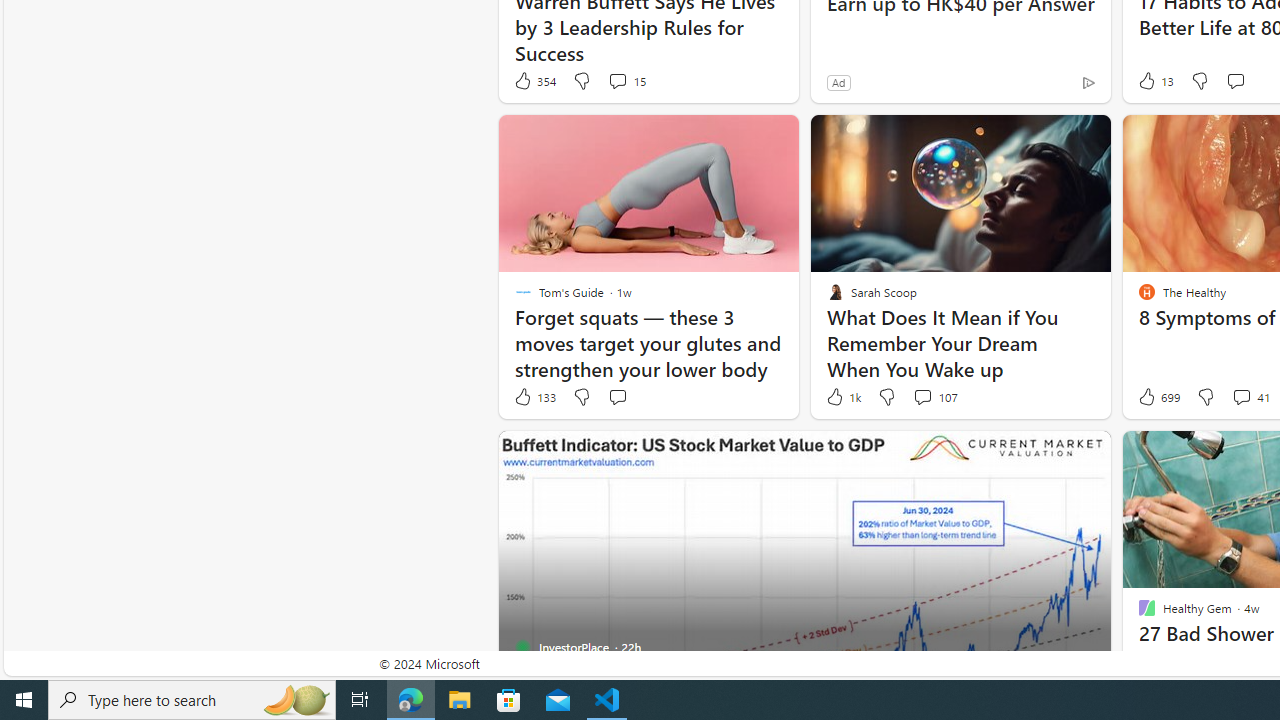  Describe the element at coordinates (1240, 397) in the screenshot. I see `'View comments 41 Comment'` at that location.